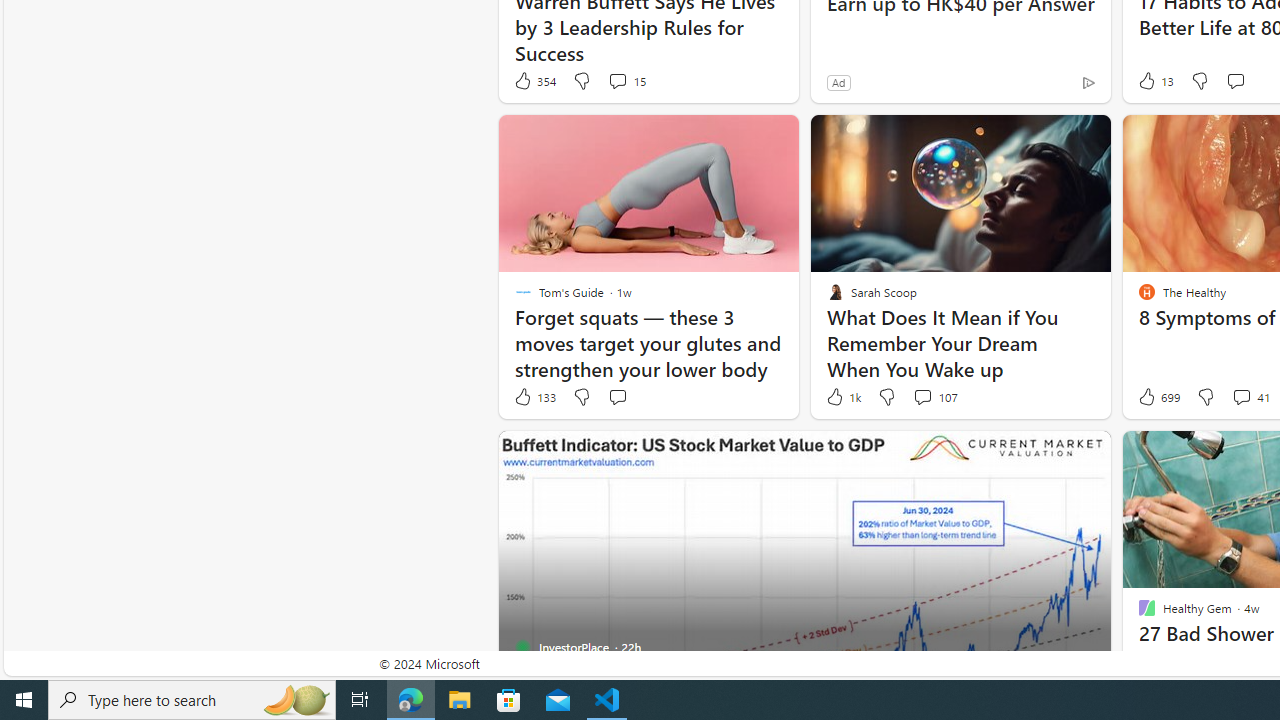  Describe the element at coordinates (1240, 397) in the screenshot. I see `'View comments 41 Comment'` at that location.